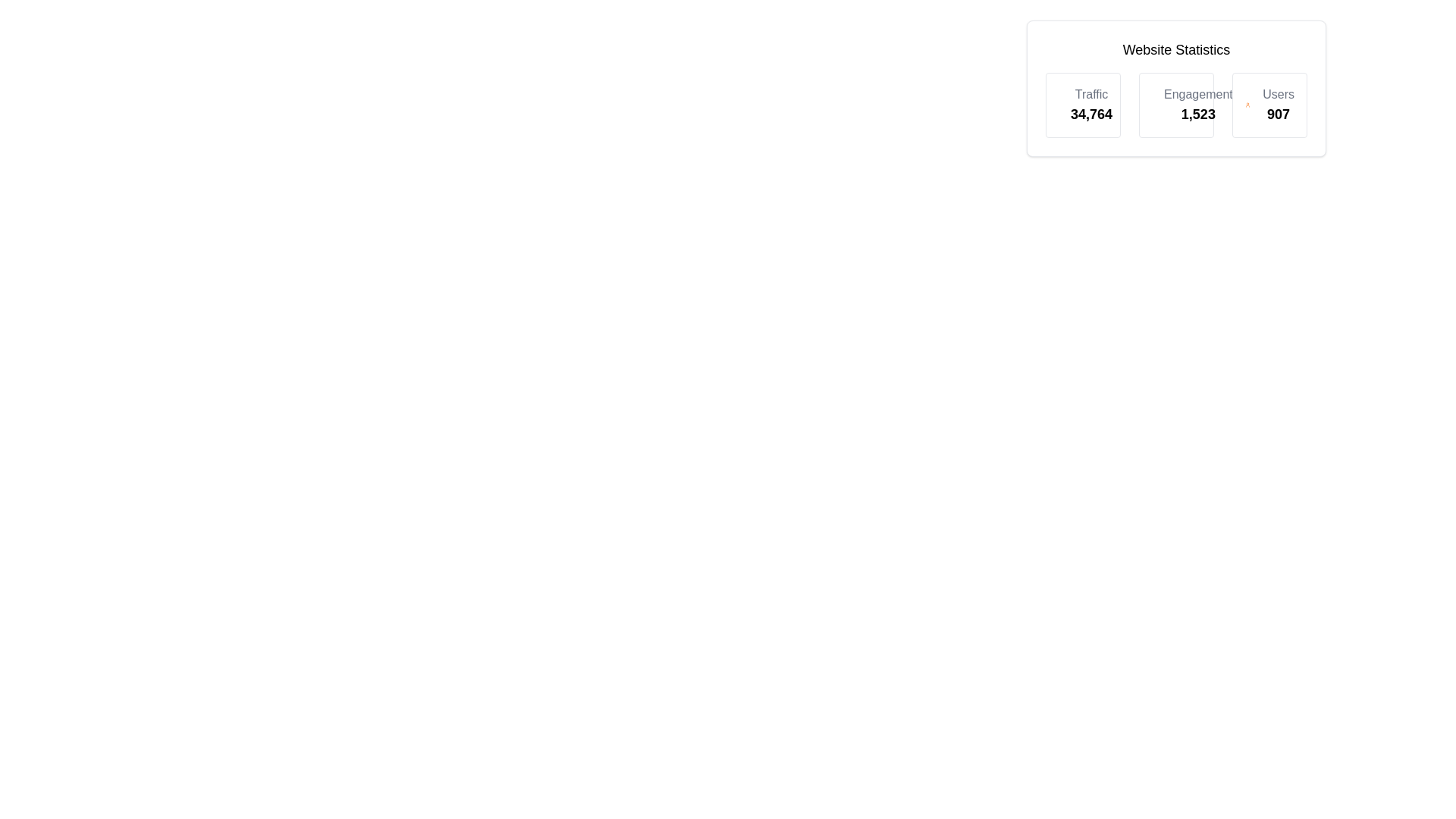  I want to click on the text label 'Users', which is styled in a smaller gray font and located above the number '907' in the statistics box, so click(1278, 94).